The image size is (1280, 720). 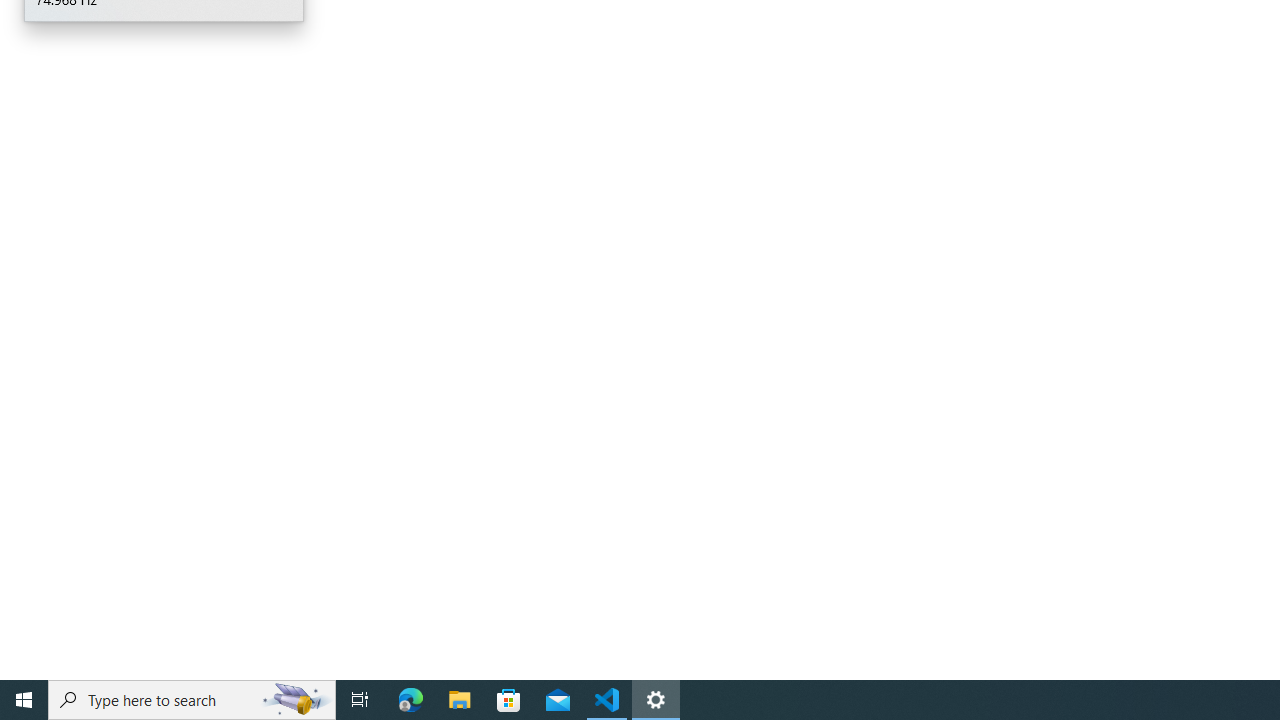 What do you see at coordinates (459, 698) in the screenshot?
I see `'File Explorer'` at bounding box center [459, 698].